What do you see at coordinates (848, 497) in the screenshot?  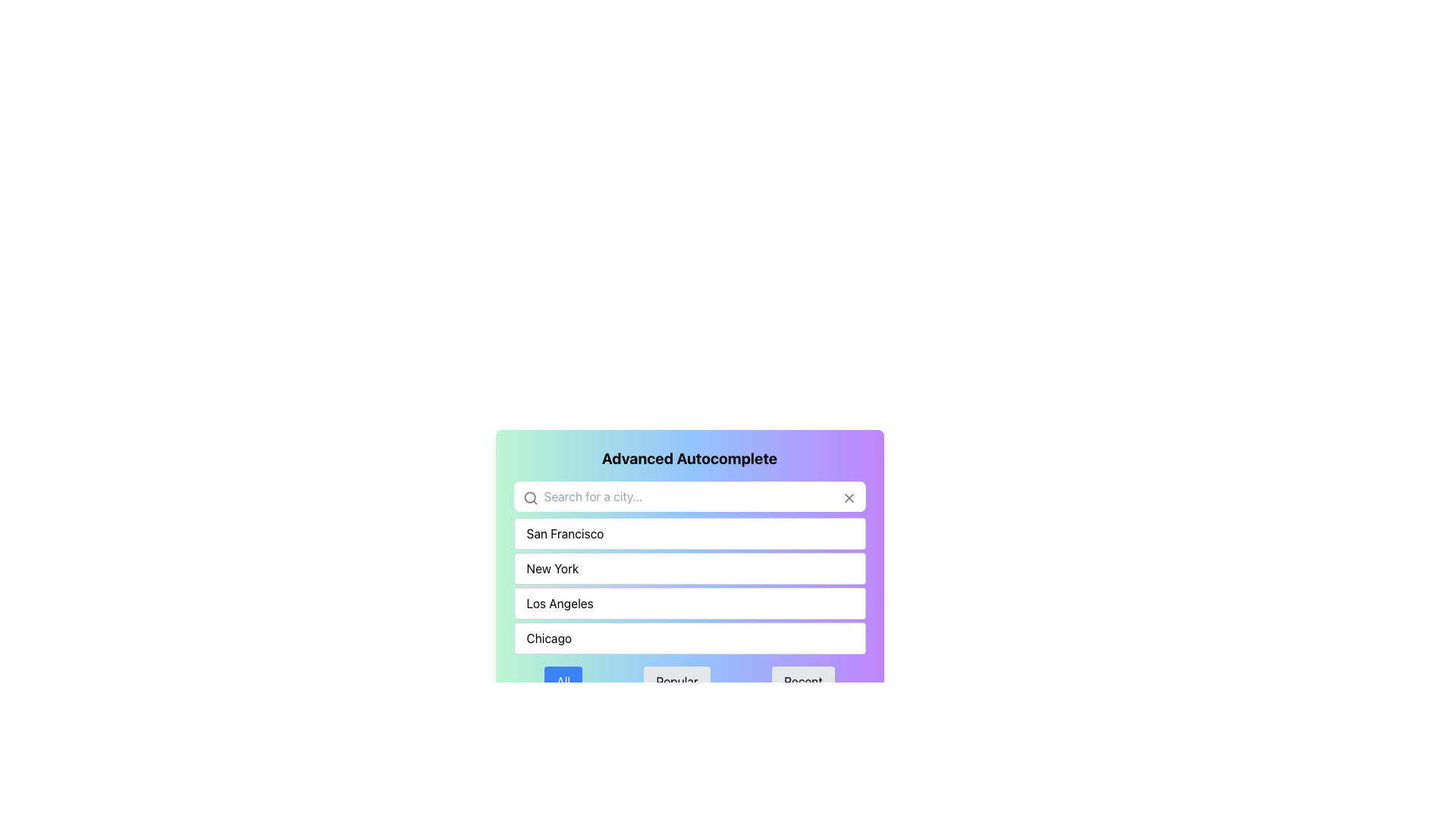 I see `the decorative close icon located at the top-right corner of the search bar, which visually represents the function to clear the search input` at bounding box center [848, 497].